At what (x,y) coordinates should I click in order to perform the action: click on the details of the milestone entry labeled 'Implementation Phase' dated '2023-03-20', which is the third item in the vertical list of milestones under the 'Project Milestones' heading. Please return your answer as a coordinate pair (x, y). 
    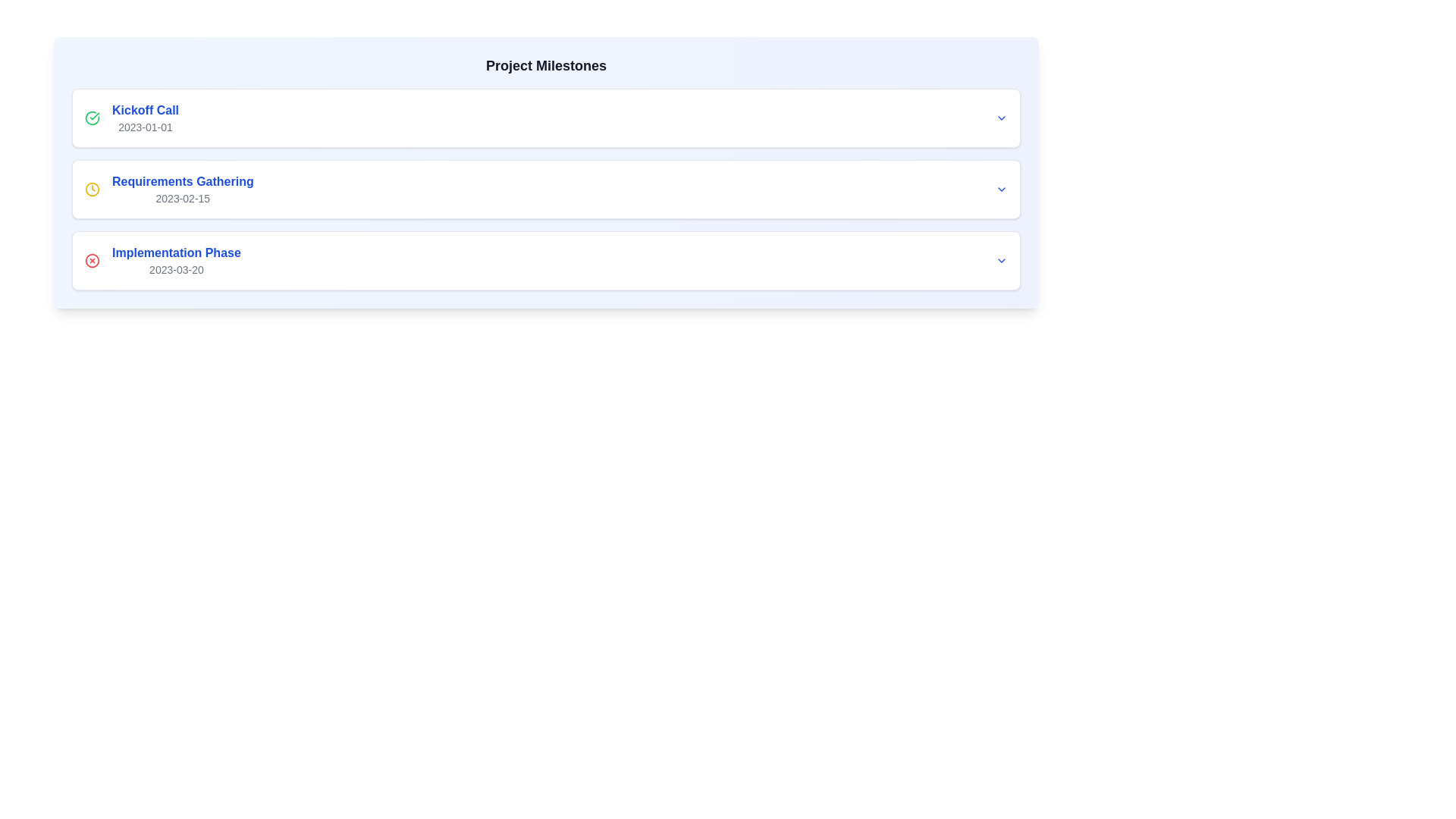
    Looking at the image, I should click on (546, 259).